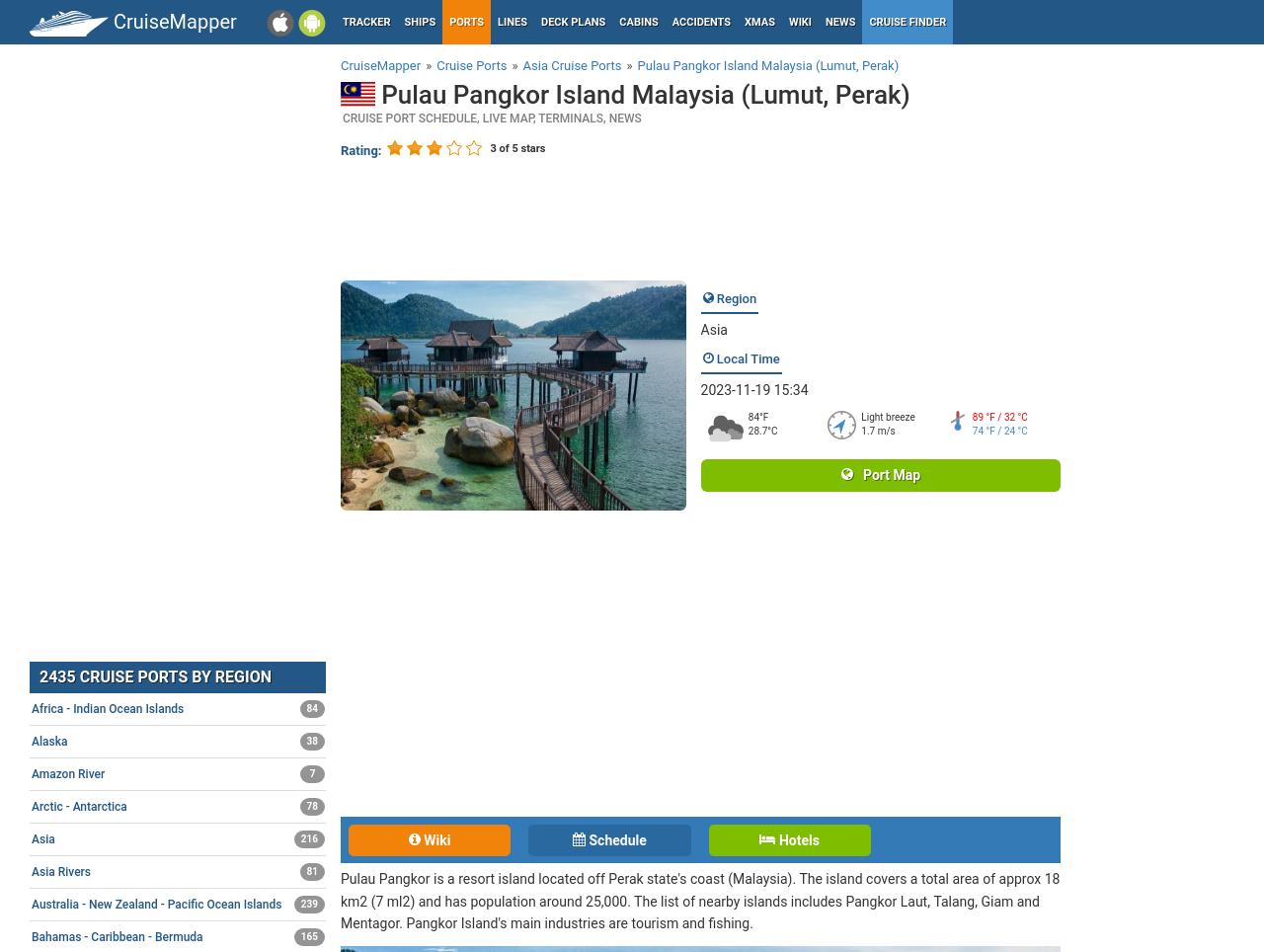  What do you see at coordinates (79, 805) in the screenshot?
I see `'Arctic - Antarctica'` at bounding box center [79, 805].